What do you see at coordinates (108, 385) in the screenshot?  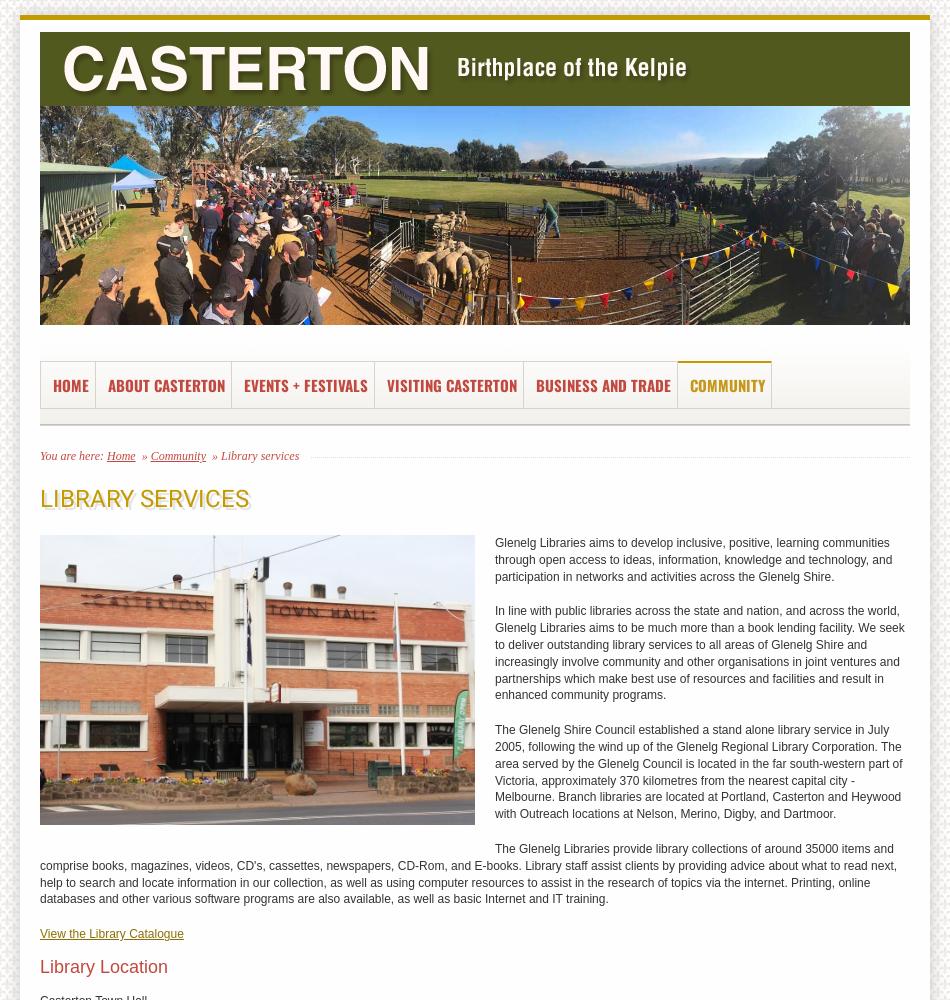 I see `'About Casterton'` at bounding box center [108, 385].